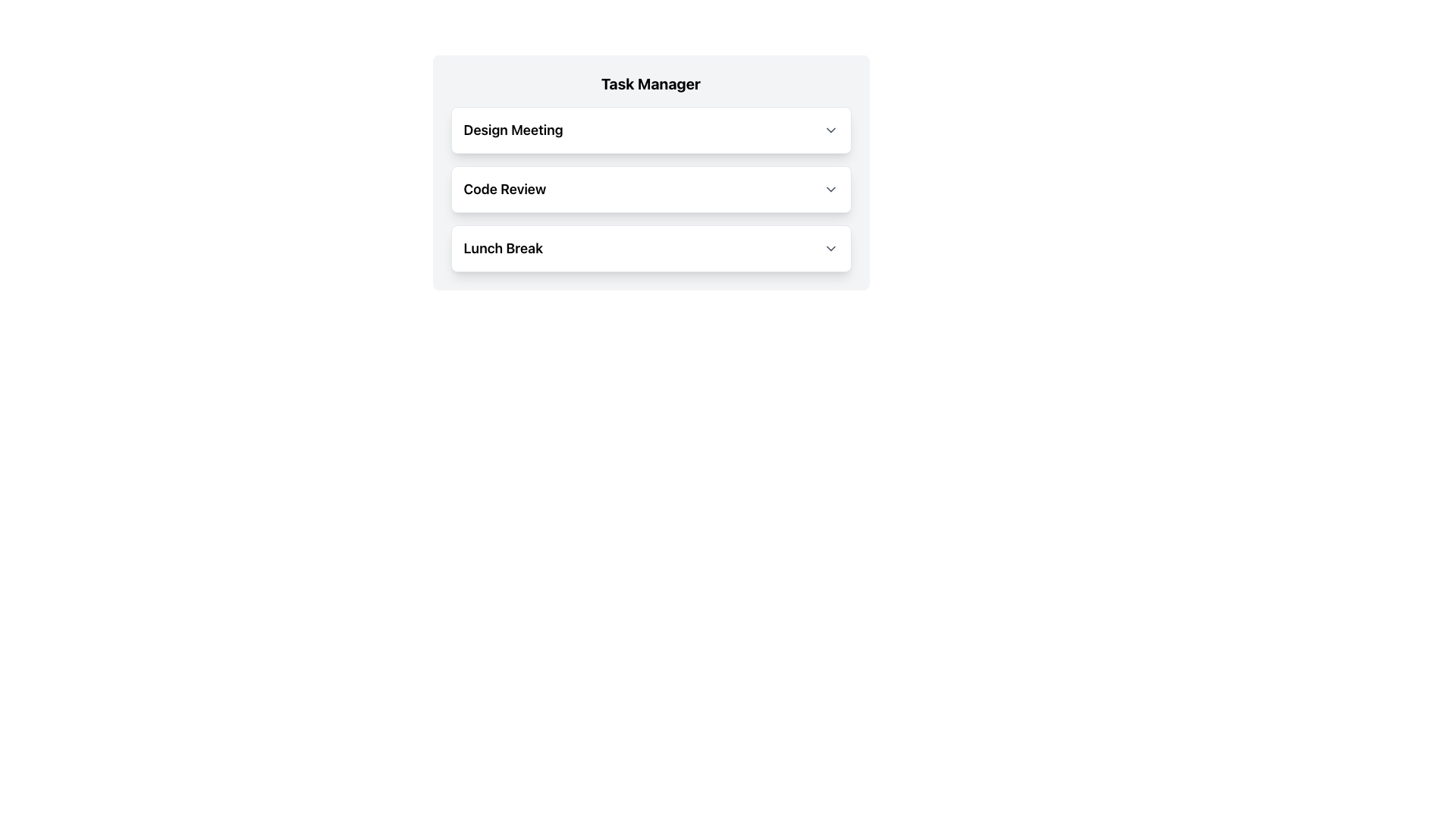 Image resolution: width=1456 pixels, height=819 pixels. What do you see at coordinates (830, 247) in the screenshot?
I see `the downward-pointing chevron icon at the end of the 'Lunch Break' dropdown row` at bounding box center [830, 247].